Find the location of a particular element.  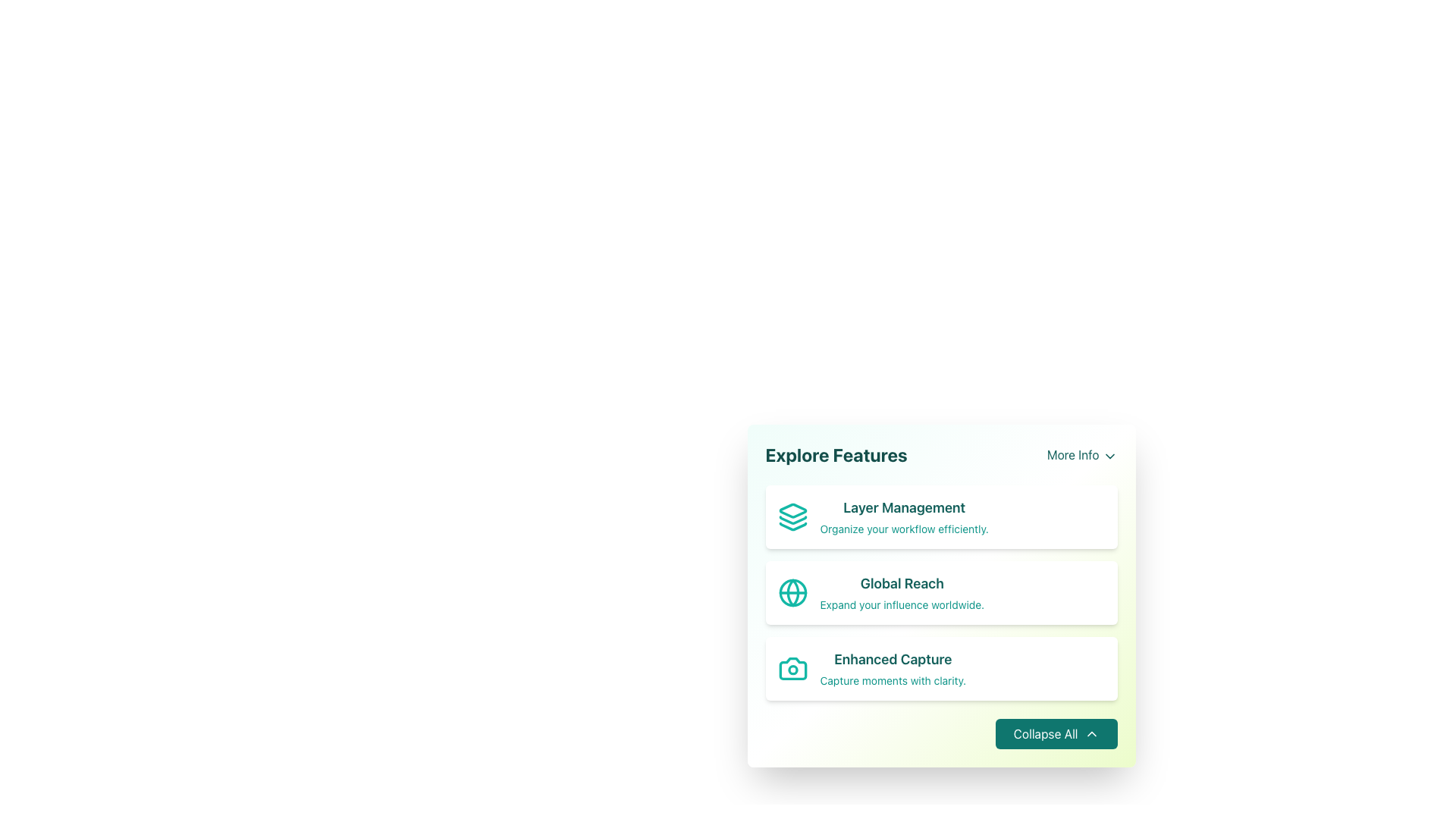

the small circular decorative element within the teal camera icon in the 'Enhanced Capture' section located at the bottom of the feature list is located at coordinates (792, 669).